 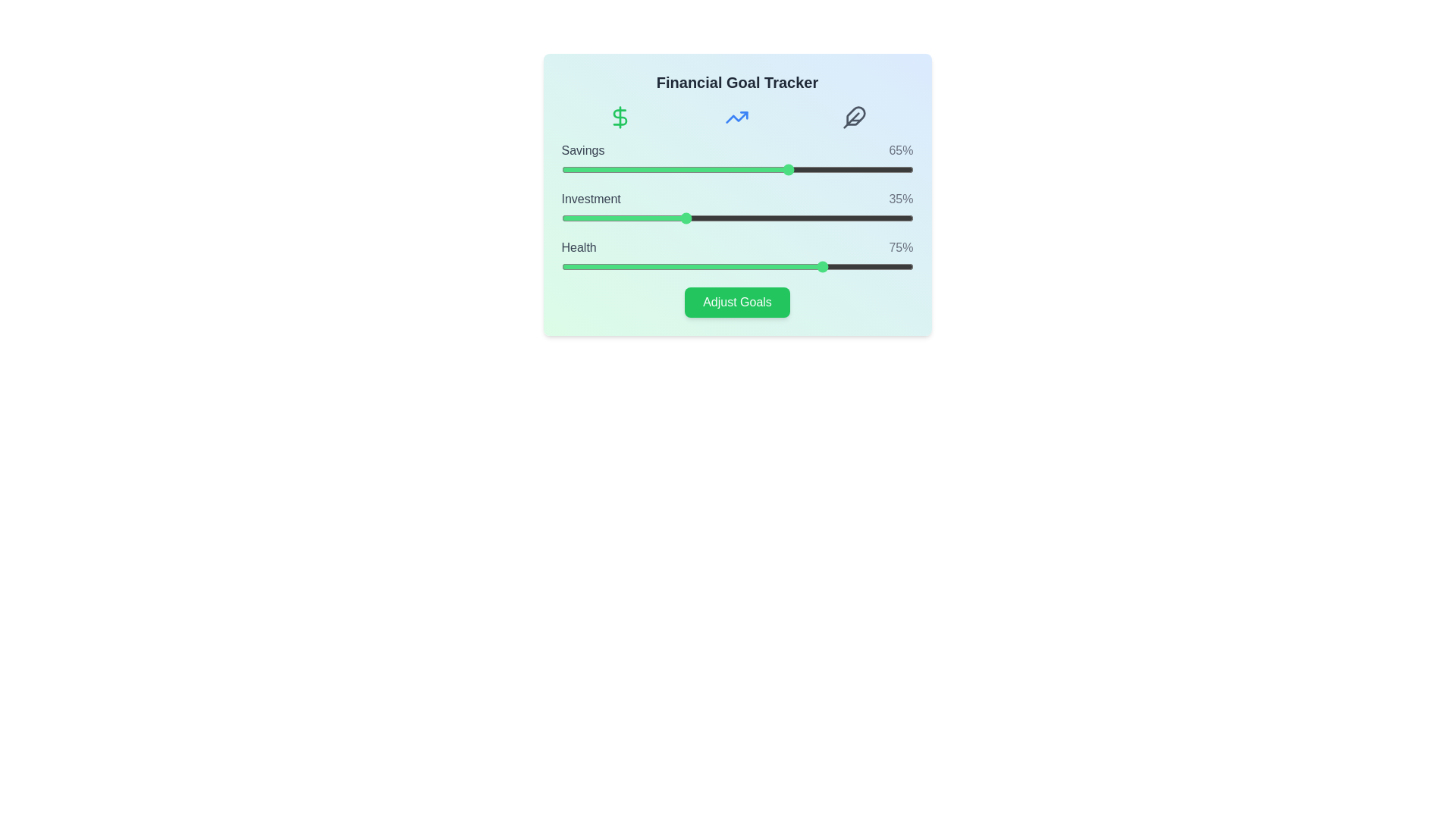 What do you see at coordinates (737, 116) in the screenshot?
I see `the icon representing TrendingUp` at bounding box center [737, 116].